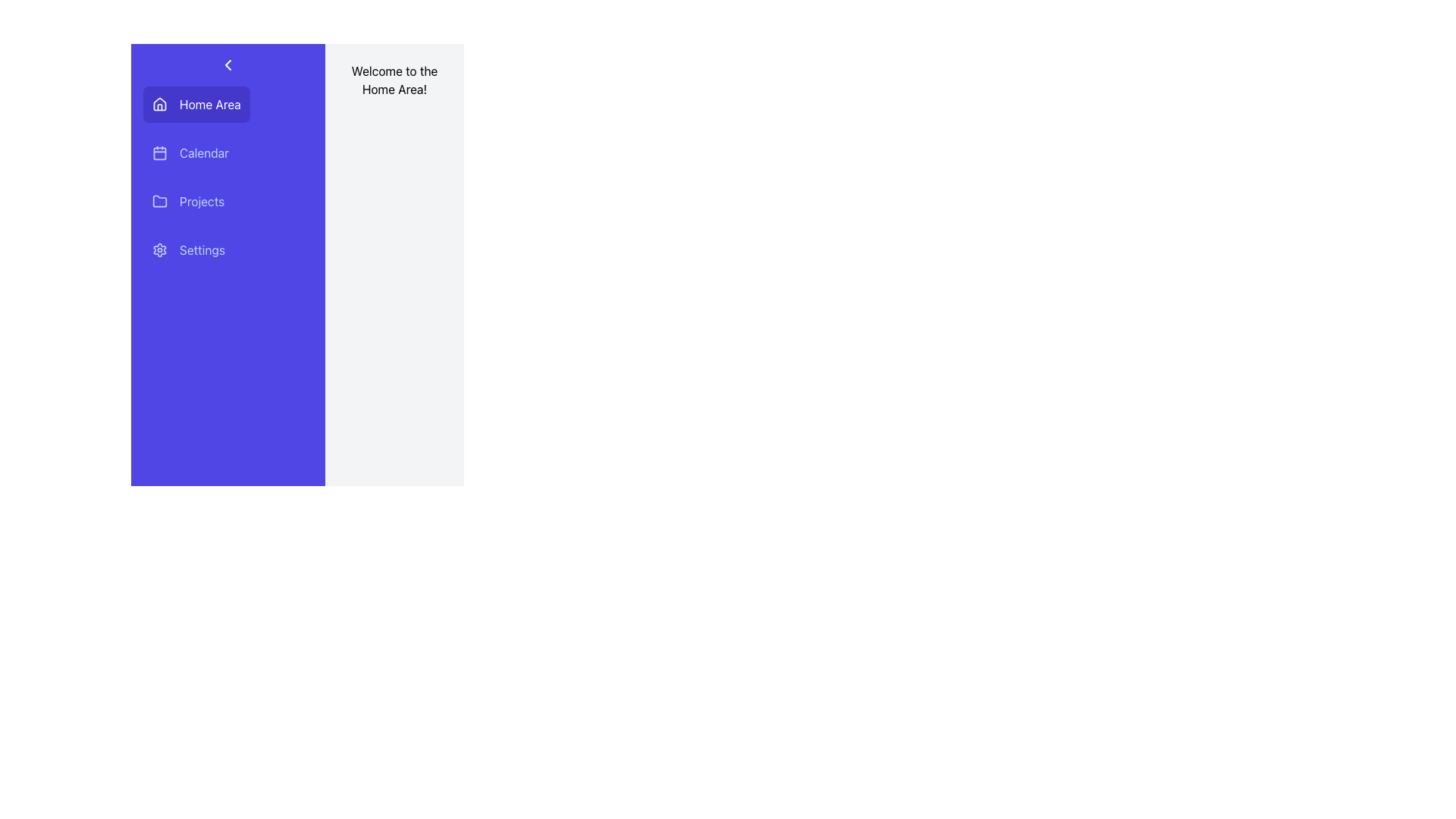  What do you see at coordinates (160, 201) in the screenshot?
I see `the folder icon representing the 'Projects' menu item located in the vertical navigation menu on the left side of the interface` at bounding box center [160, 201].